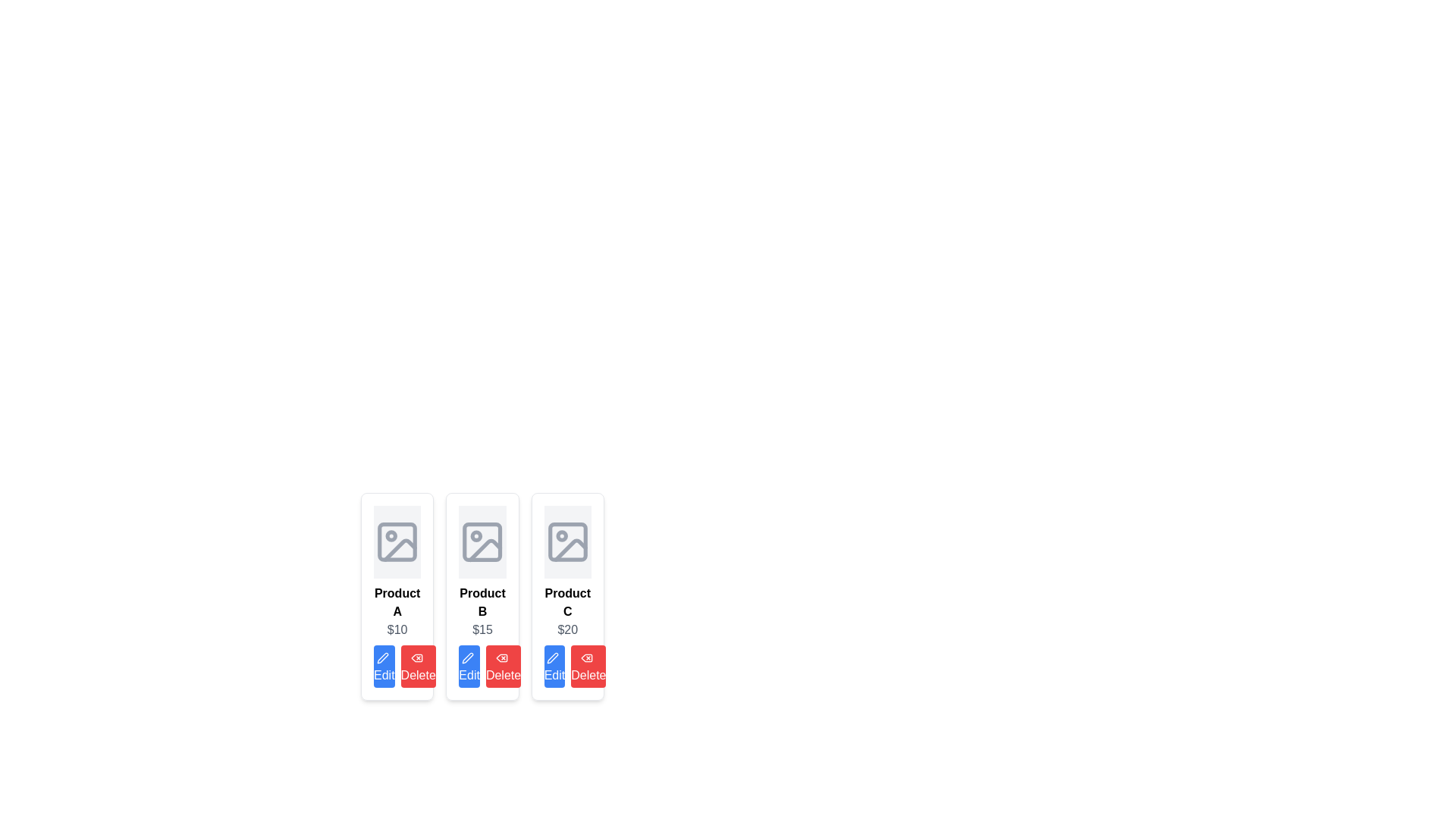 This screenshot has width=1456, height=819. What do you see at coordinates (588, 666) in the screenshot?
I see `the 'Delete' button with a red background and white text` at bounding box center [588, 666].